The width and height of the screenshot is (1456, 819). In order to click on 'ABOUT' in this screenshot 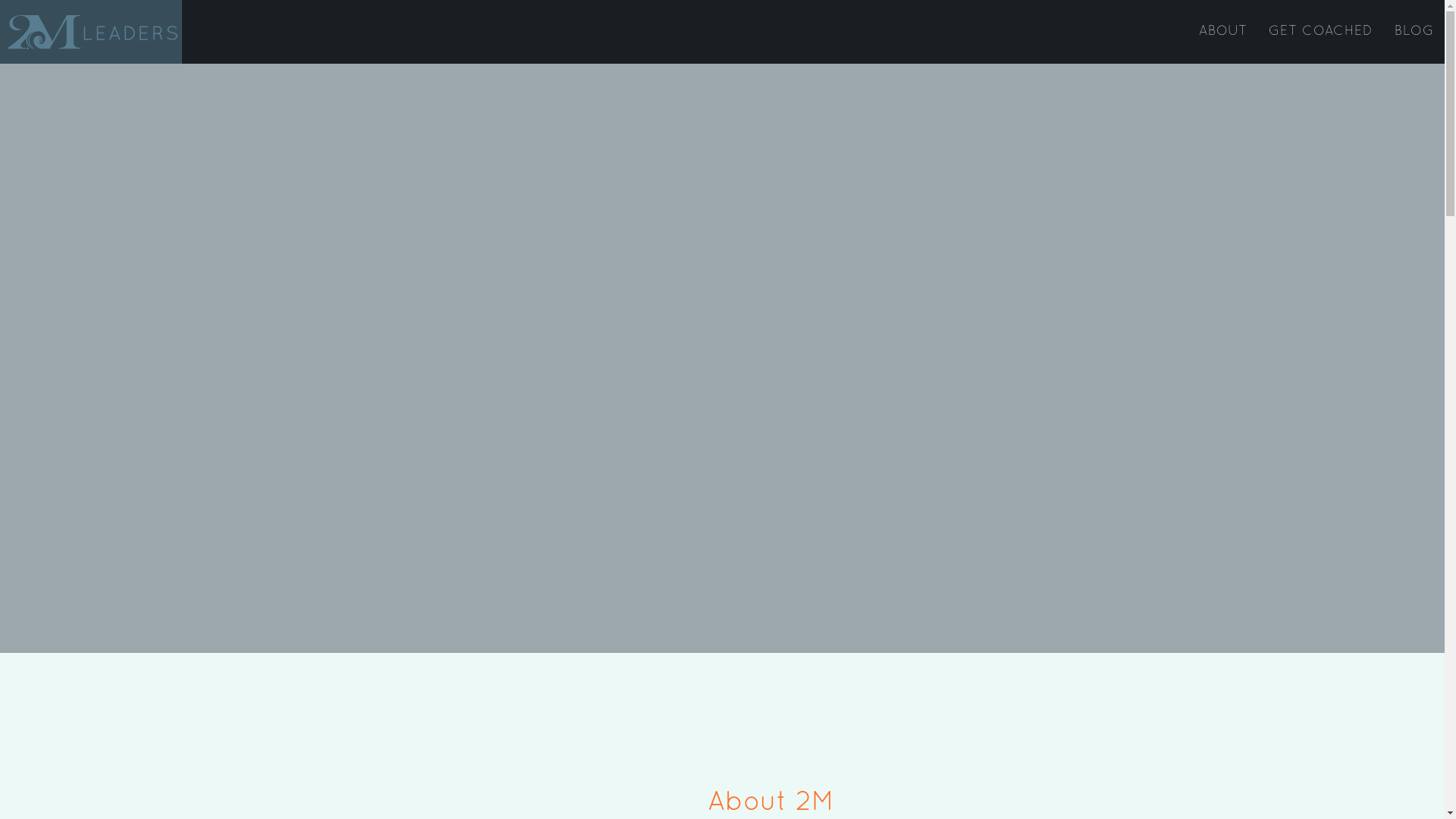, I will do `click(1222, 32)`.